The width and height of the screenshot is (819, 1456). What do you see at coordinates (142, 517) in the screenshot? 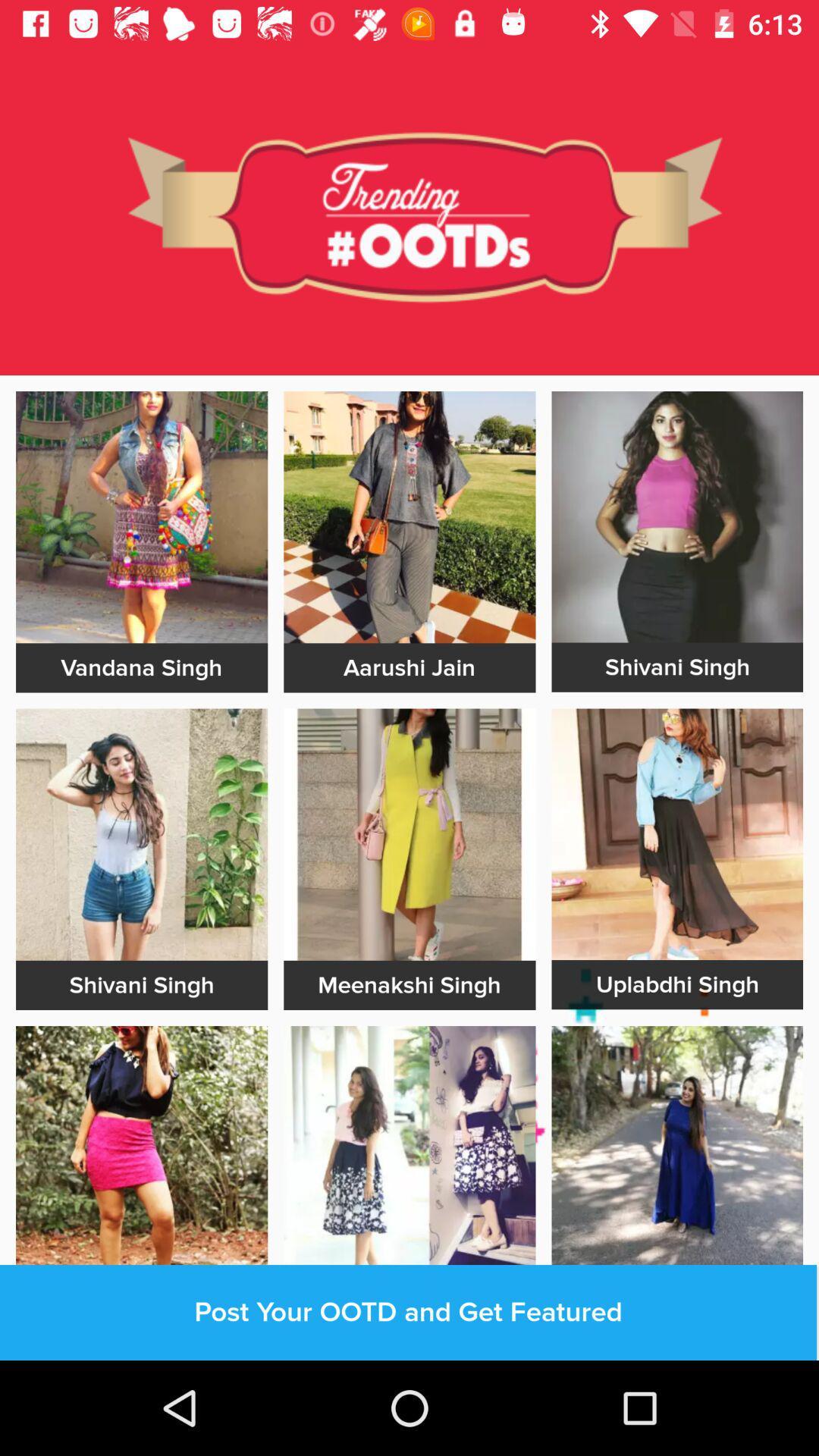
I see `photo page` at bounding box center [142, 517].